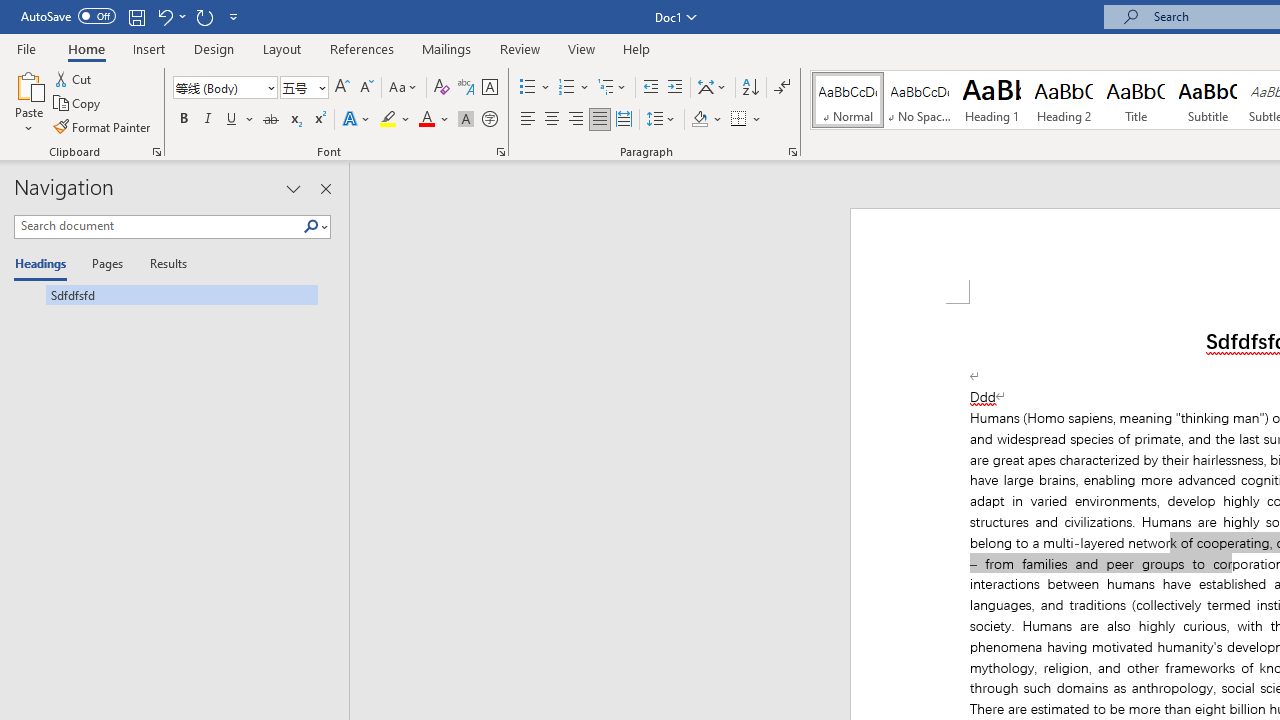 This screenshot has width=1280, height=720. Describe the element at coordinates (294, 119) in the screenshot. I see `'Subscript'` at that location.